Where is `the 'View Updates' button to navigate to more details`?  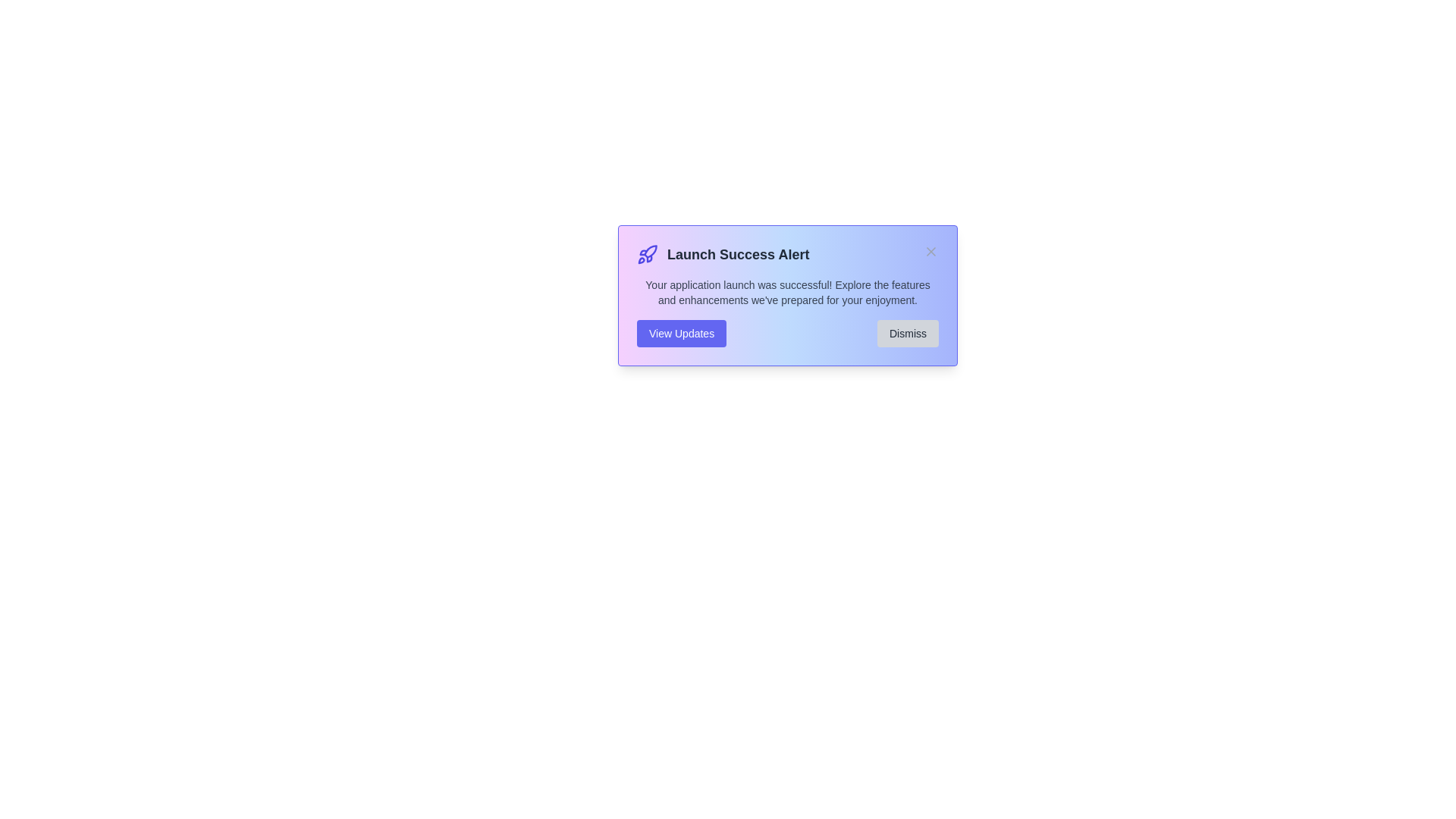 the 'View Updates' button to navigate to more details is located at coordinates (680, 332).